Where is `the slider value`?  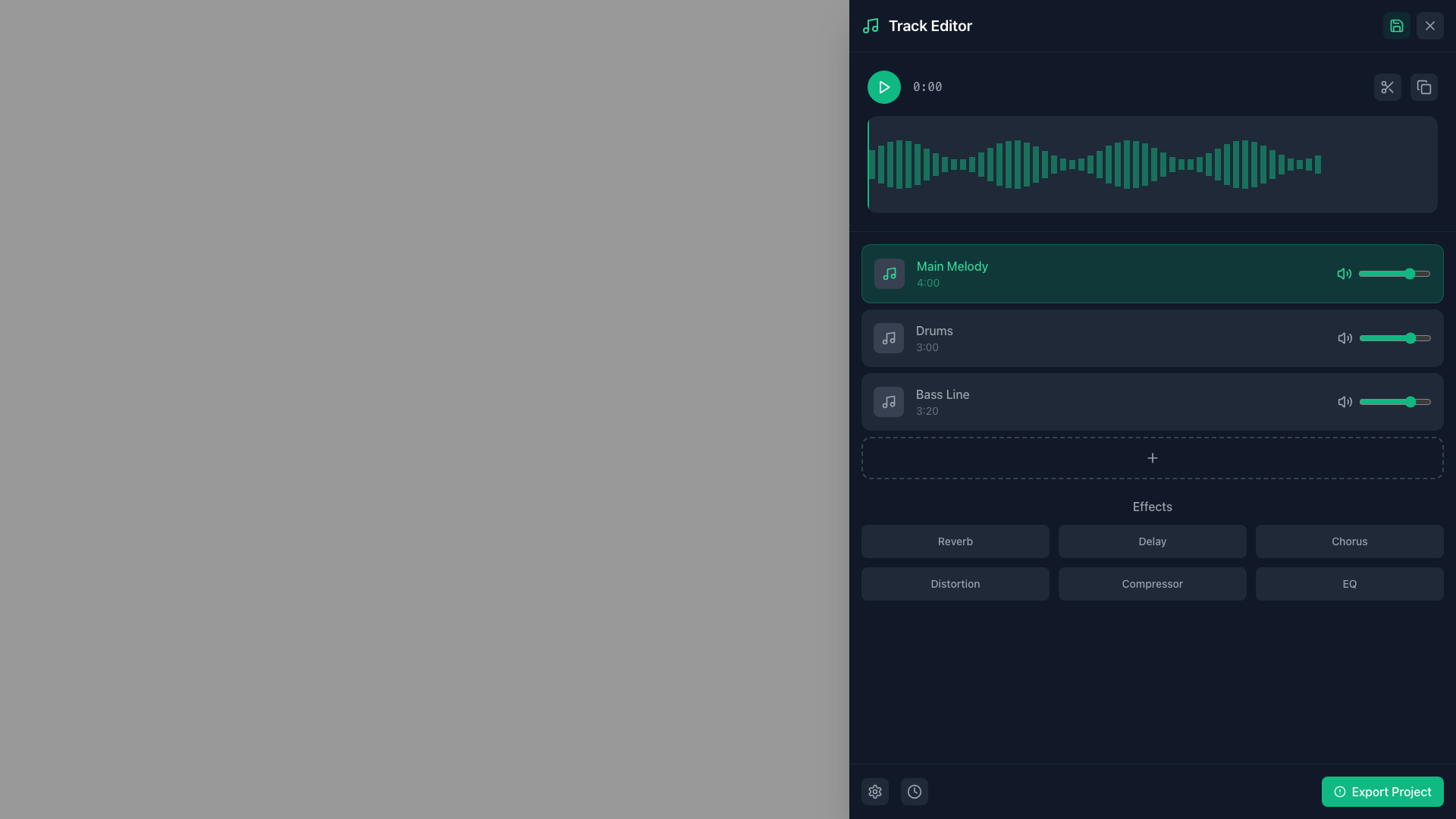
the slider value is located at coordinates (1418, 274).